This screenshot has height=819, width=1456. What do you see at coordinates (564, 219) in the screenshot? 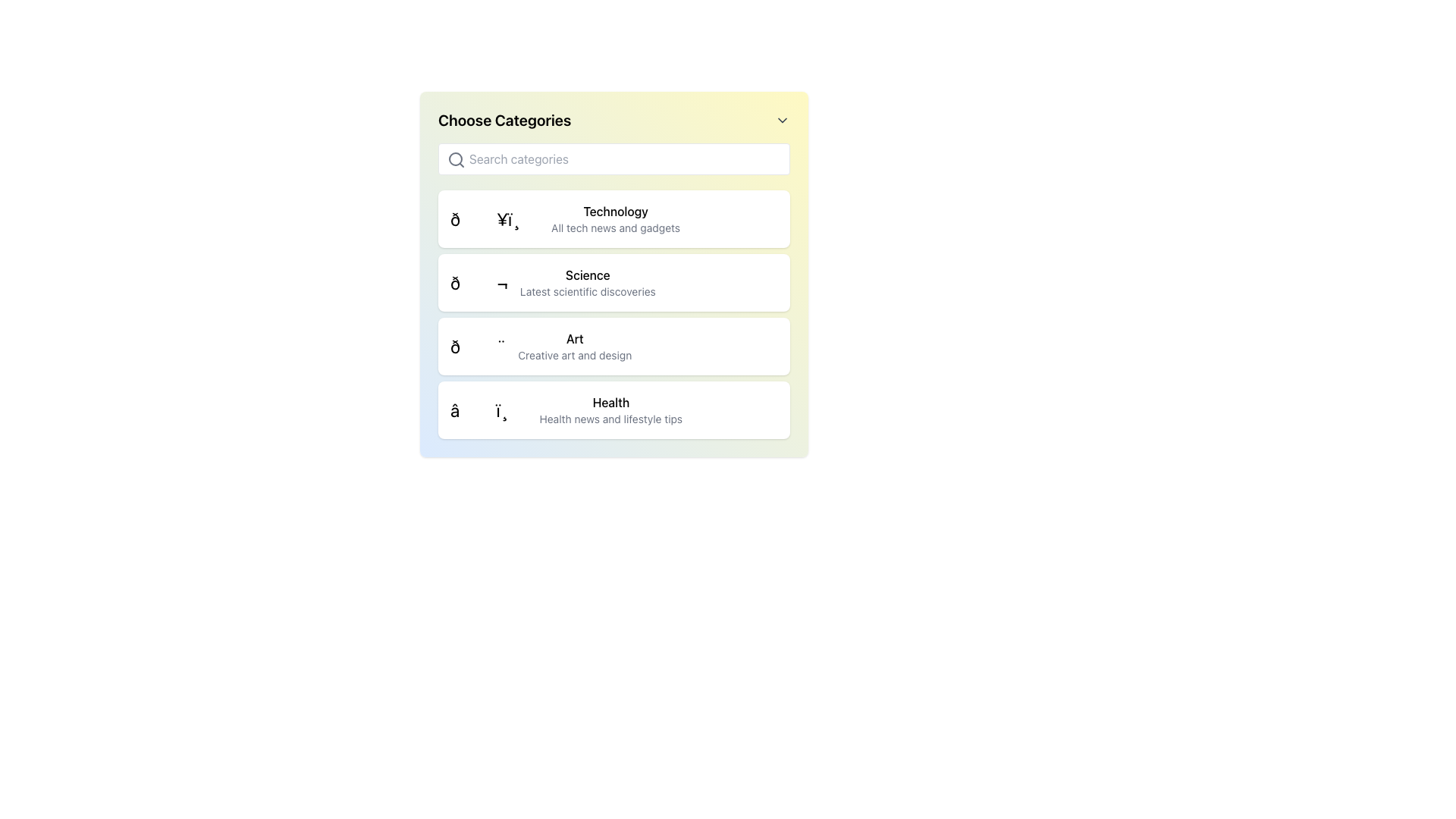
I see `the 'Technology All tech news and gadgets' category label` at bounding box center [564, 219].